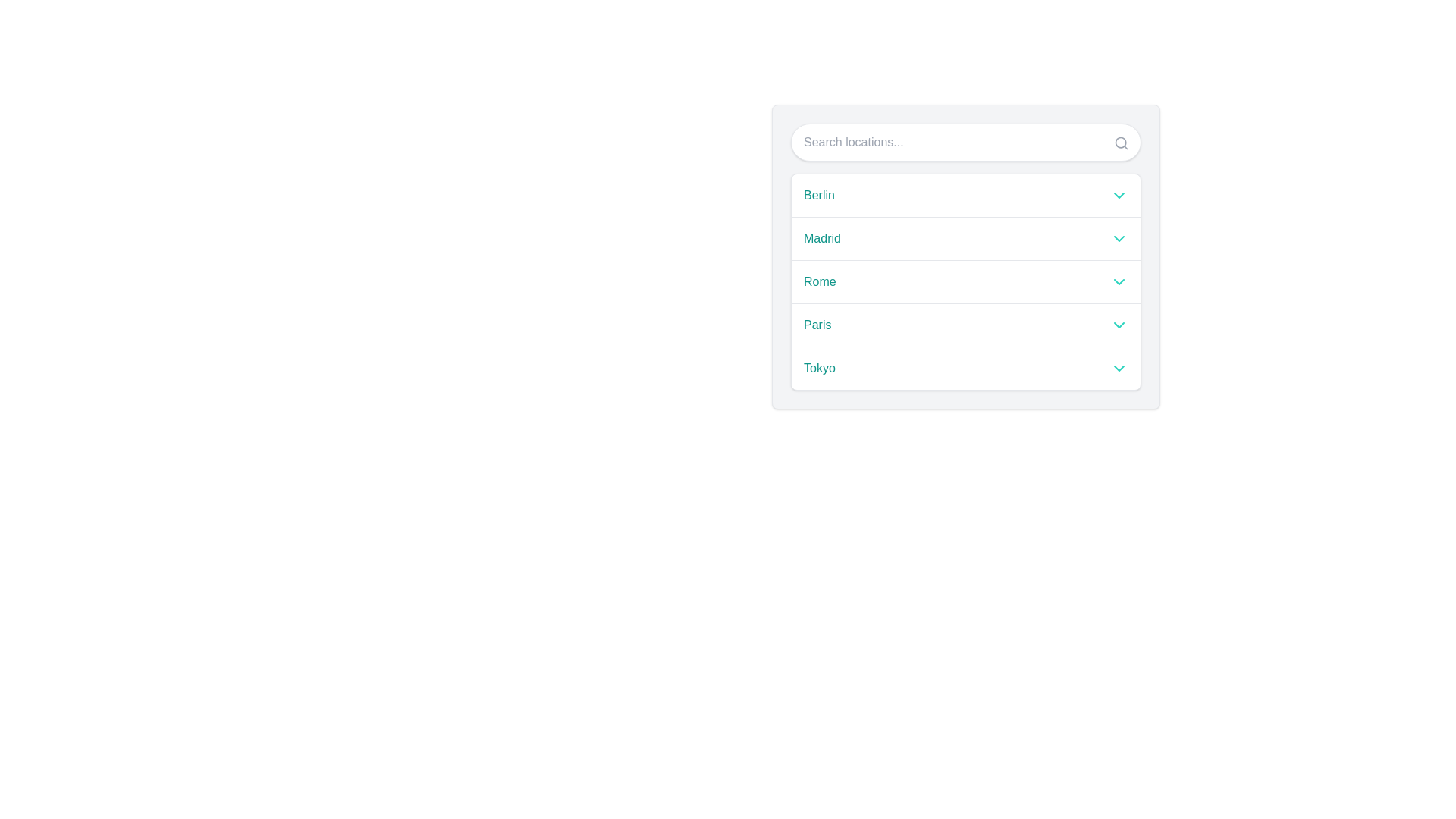 This screenshot has width=1456, height=819. What do you see at coordinates (1119, 195) in the screenshot?
I see `the visual indicator icon for the 'Berlin' entry` at bounding box center [1119, 195].